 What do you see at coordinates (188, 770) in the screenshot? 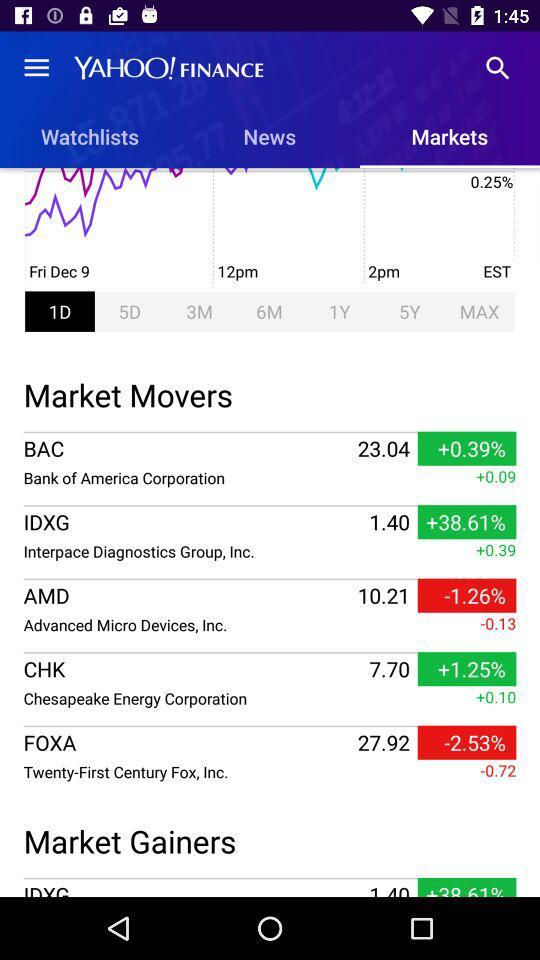
I see `the twenty first century` at bounding box center [188, 770].